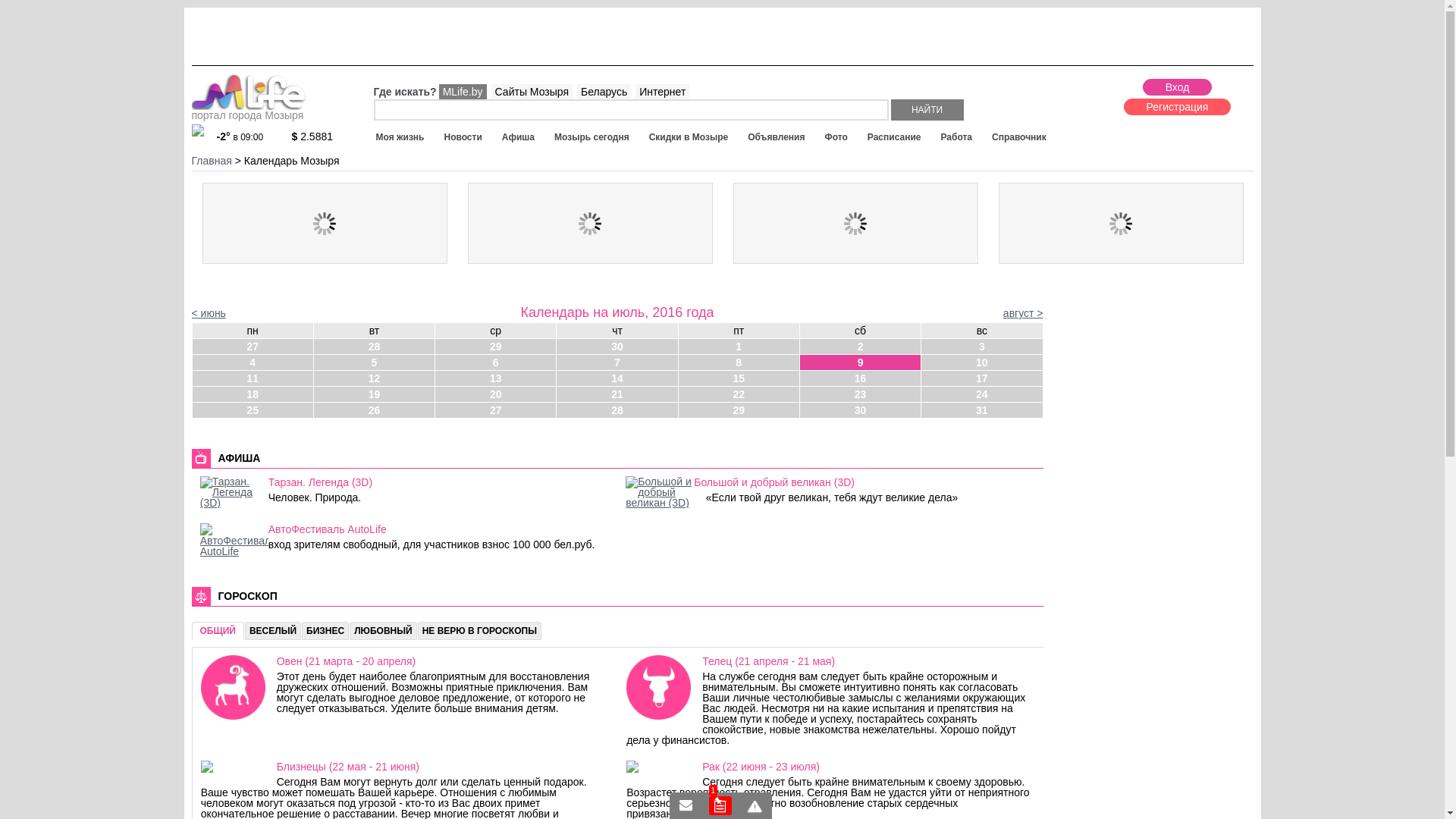 This screenshot has height=819, width=1456. Describe the element at coordinates (860, 362) in the screenshot. I see `'9'` at that location.